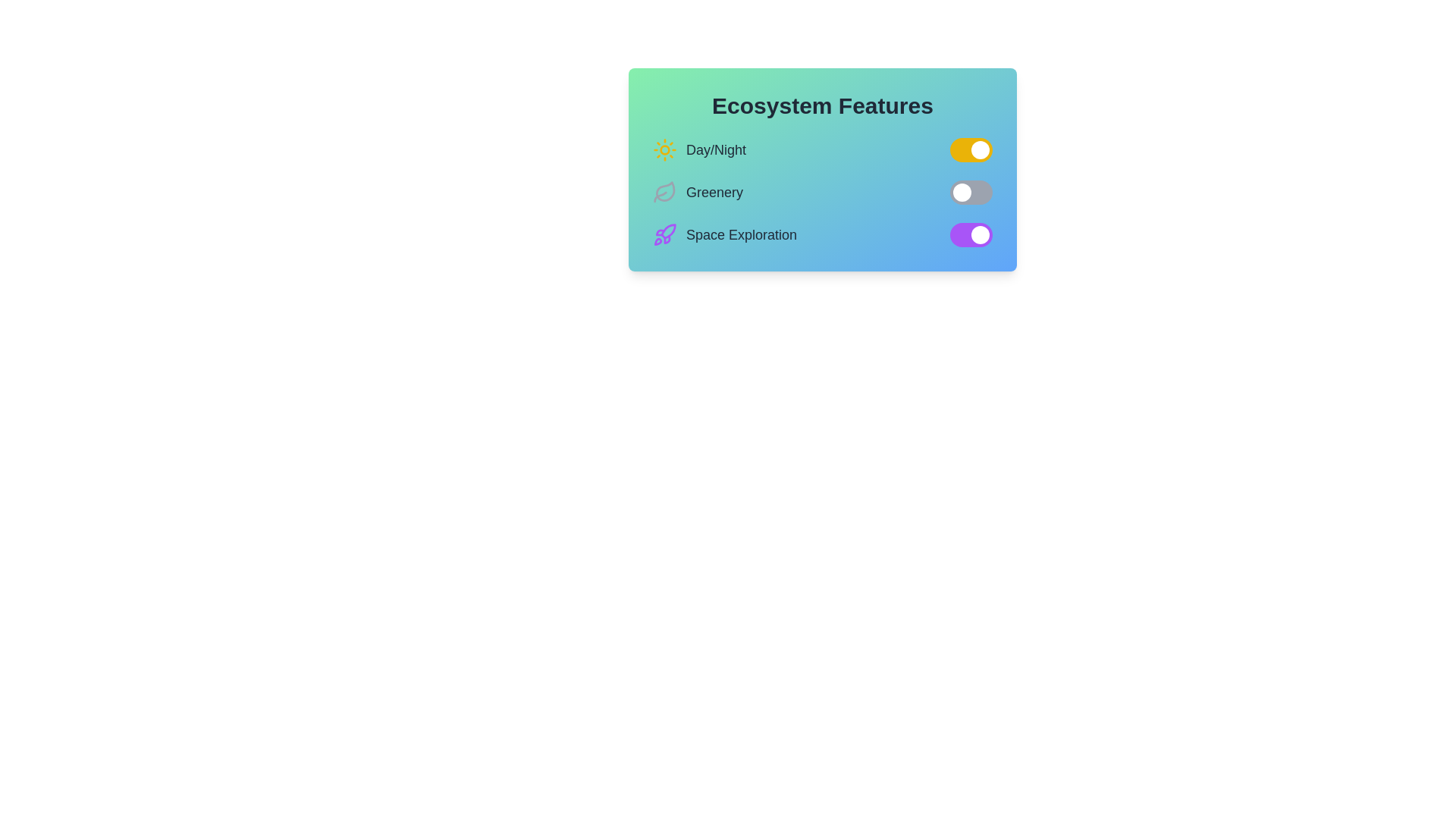 This screenshot has height=819, width=1456. I want to click on the 'Day/Night' toggle row in the 'Ecosystem Features' section, so click(821, 149).